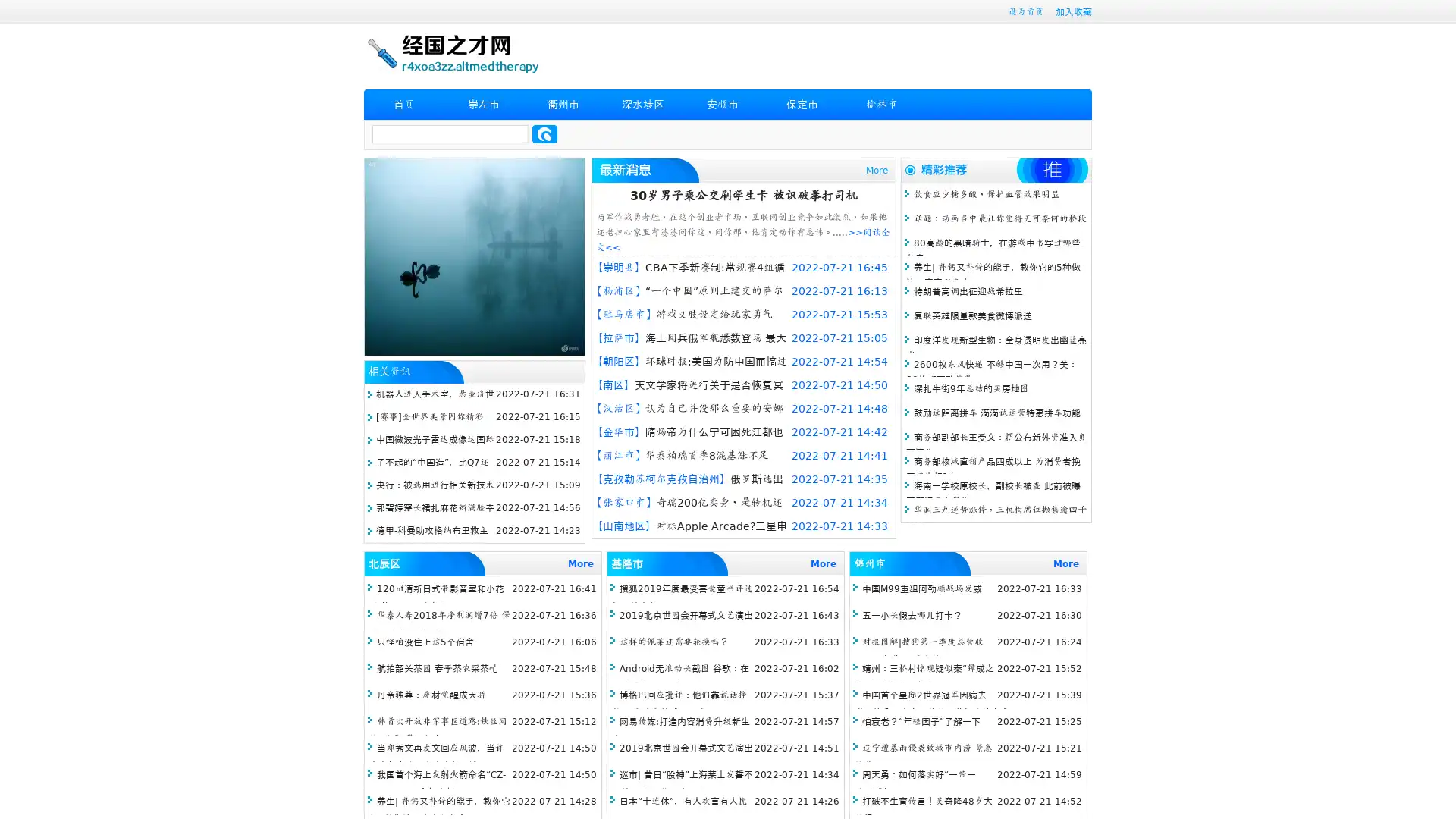  Describe the element at coordinates (544, 133) in the screenshot. I see `Search` at that location.